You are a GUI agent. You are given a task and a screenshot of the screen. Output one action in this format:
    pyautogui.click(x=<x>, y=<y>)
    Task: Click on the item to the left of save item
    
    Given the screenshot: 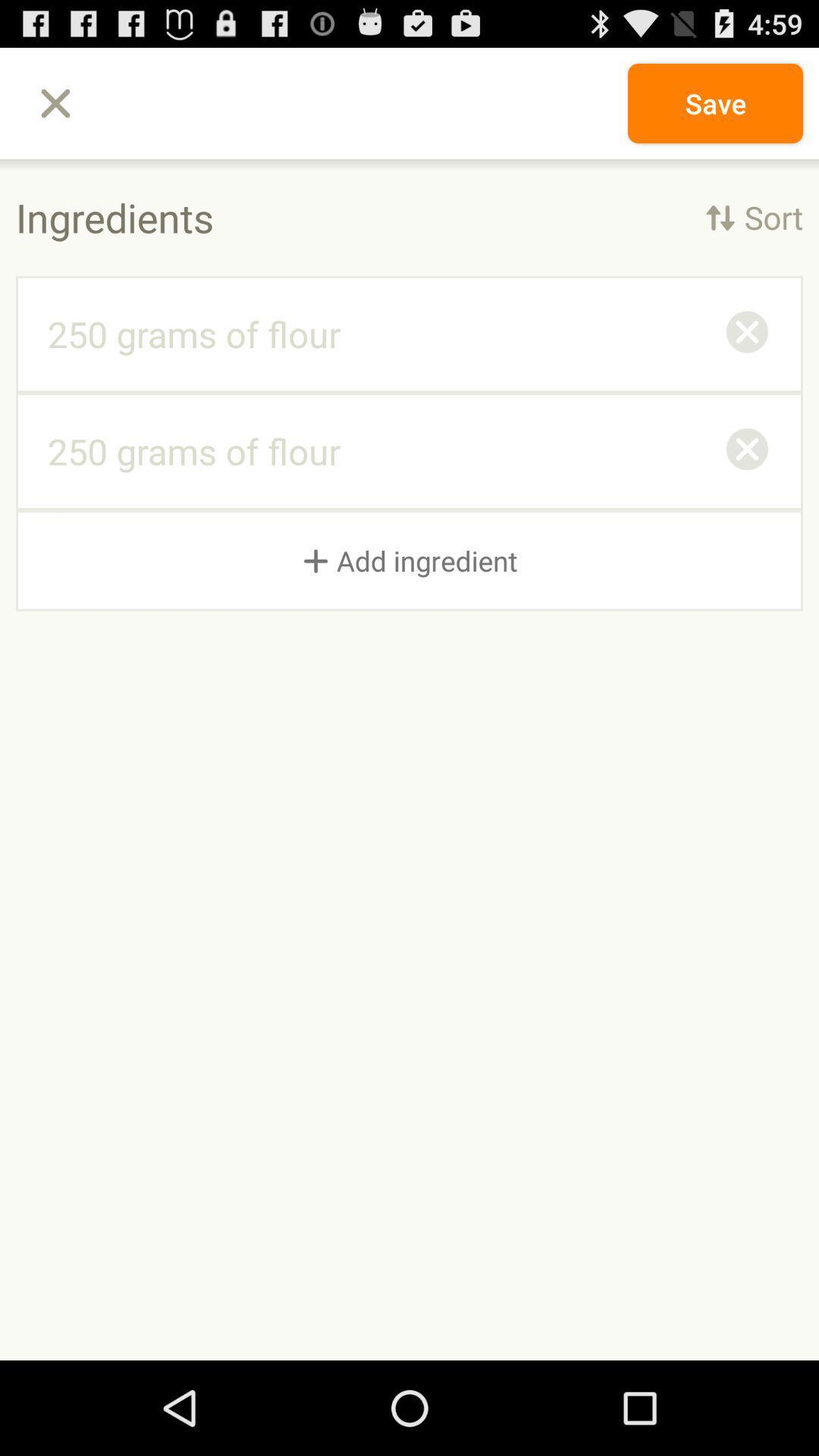 What is the action you would take?
    pyautogui.click(x=55, y=102)
    